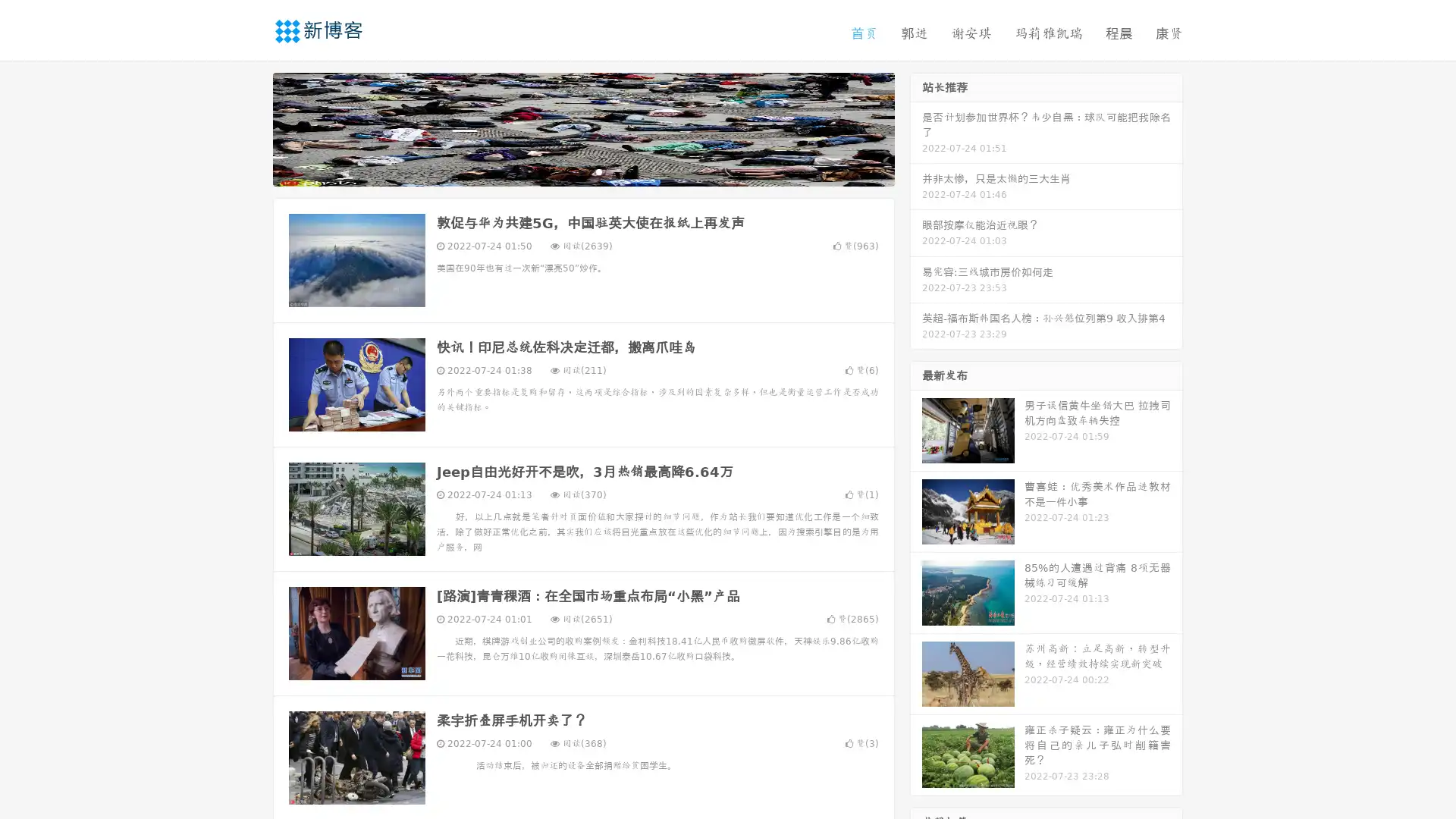  Describe the element at coordinates (250, 127) in the screenshot. I see `Previous slide` at that location.